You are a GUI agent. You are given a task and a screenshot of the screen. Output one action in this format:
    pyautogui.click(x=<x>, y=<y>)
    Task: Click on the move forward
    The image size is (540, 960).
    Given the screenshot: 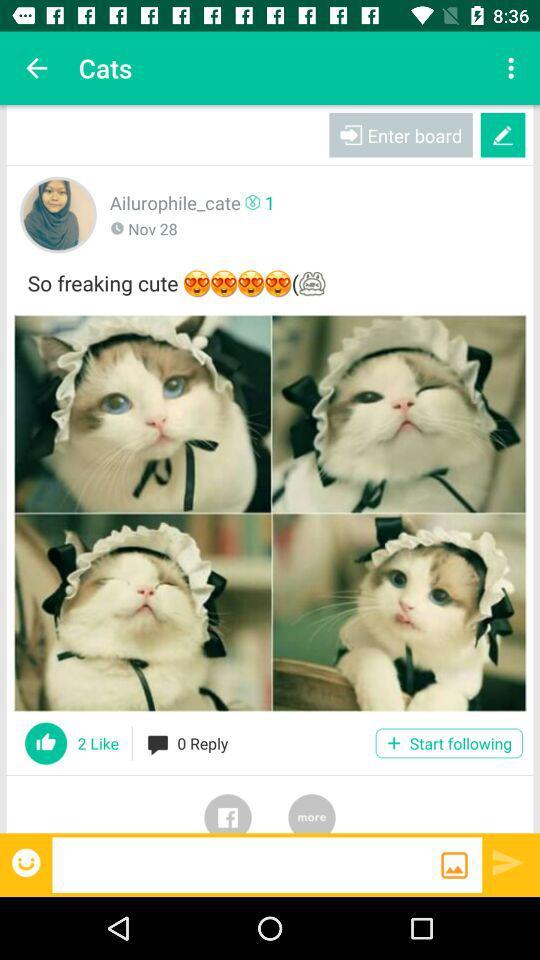 What is the action you would take?
    pyautogui.click(x=508, y=861)
    